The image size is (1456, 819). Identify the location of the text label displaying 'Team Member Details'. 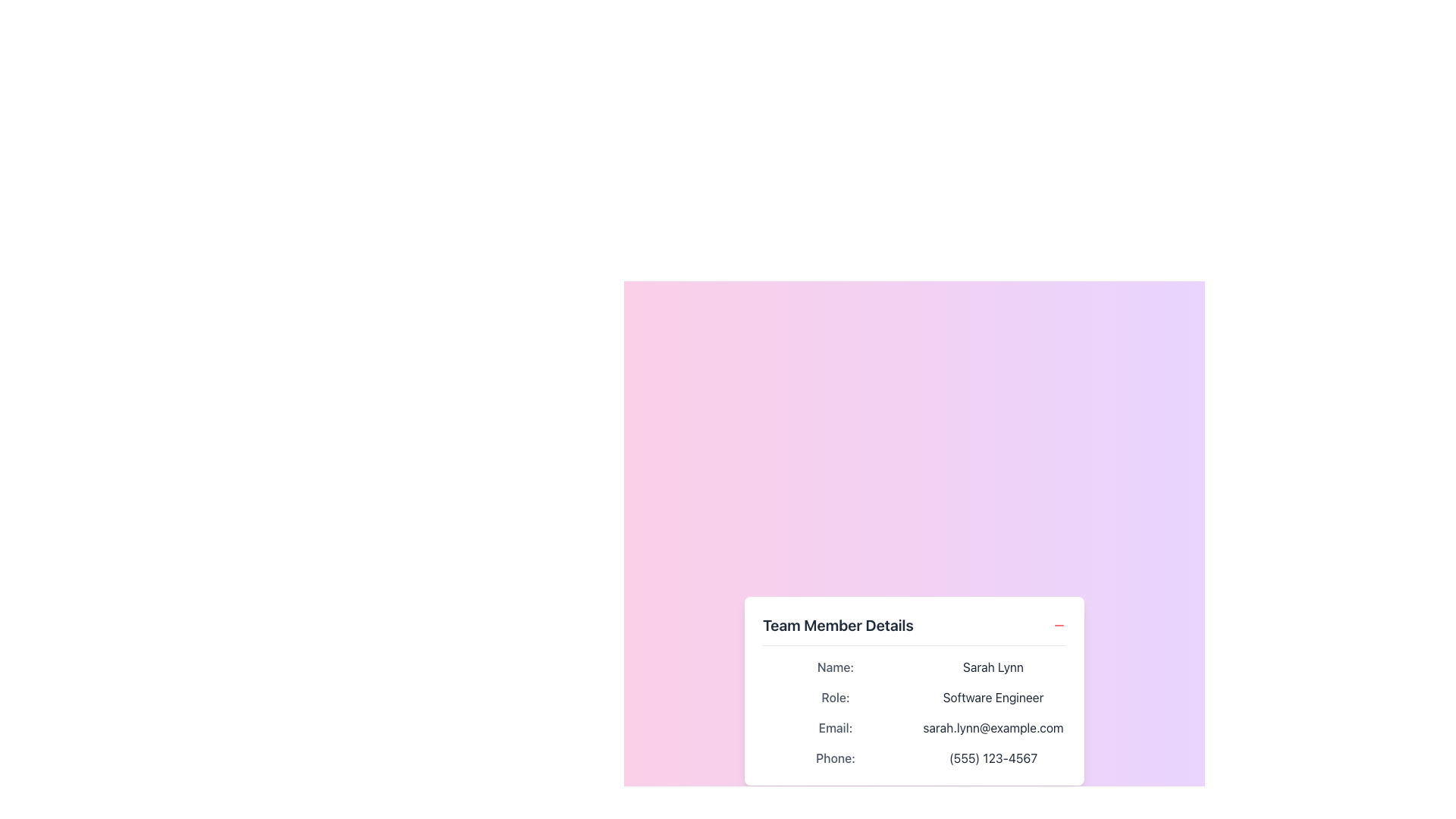
(837, 625).